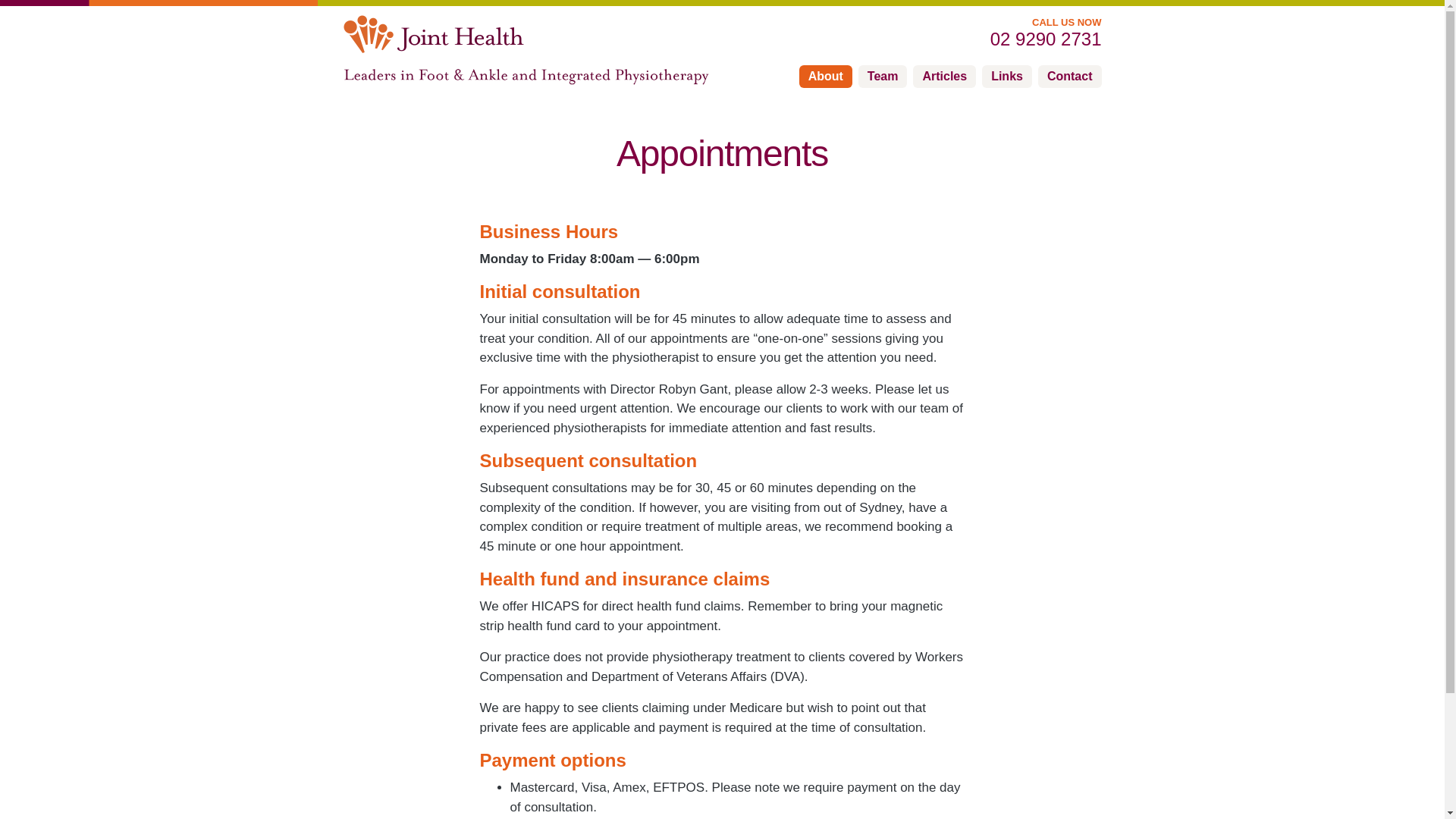 Image resolution: width=1456 pixels, height=819 pixels. What do you see at coordinates (883, 76) in the screenshot?
I see `'Team'` at bounding box center [883, 76].